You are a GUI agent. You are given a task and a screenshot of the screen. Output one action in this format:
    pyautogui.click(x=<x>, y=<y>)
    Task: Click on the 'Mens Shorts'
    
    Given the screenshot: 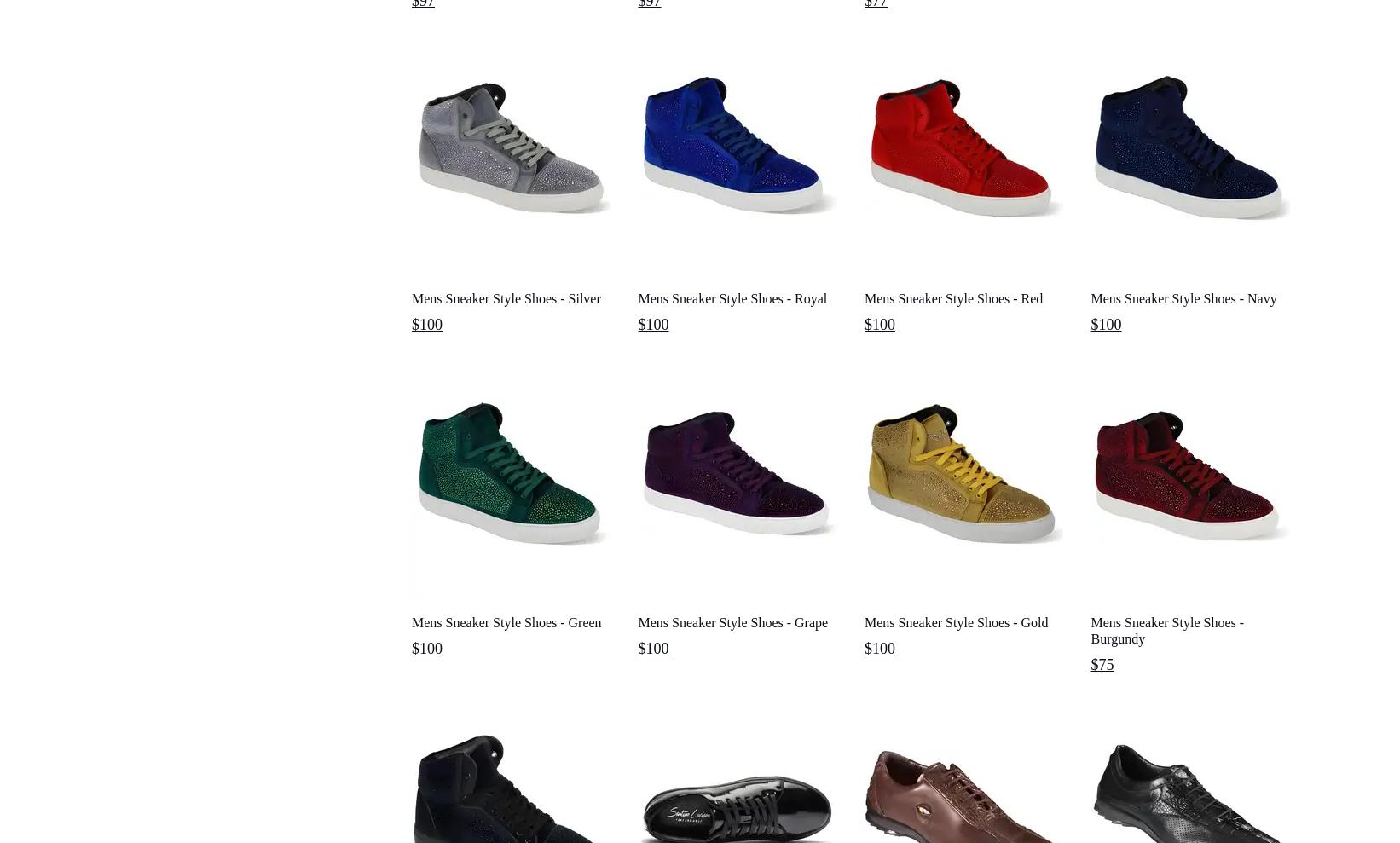 What is the action you would take?
    pyautogui.click(x=1047, y=21)
    